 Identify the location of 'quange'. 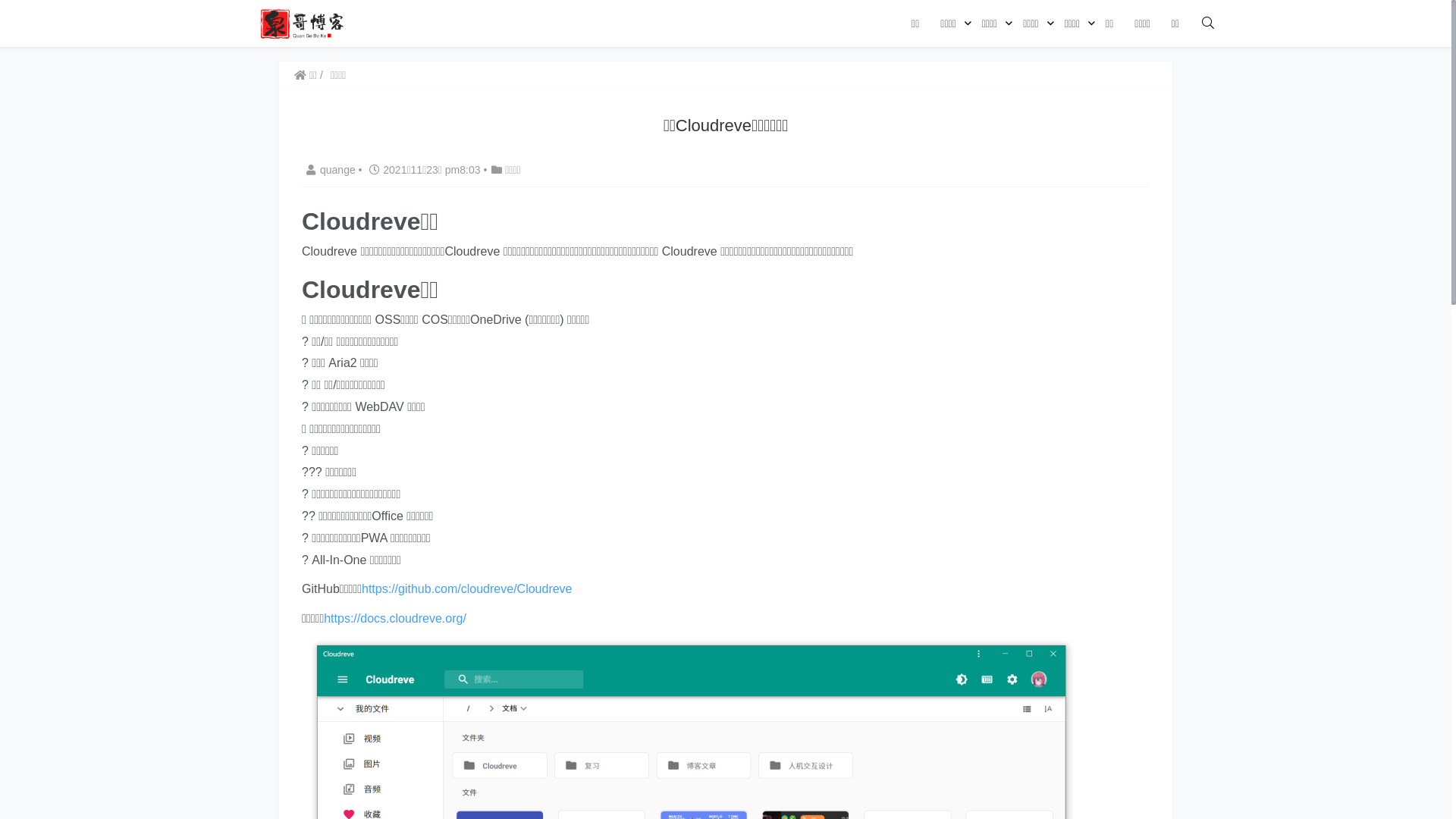
(329, 169).